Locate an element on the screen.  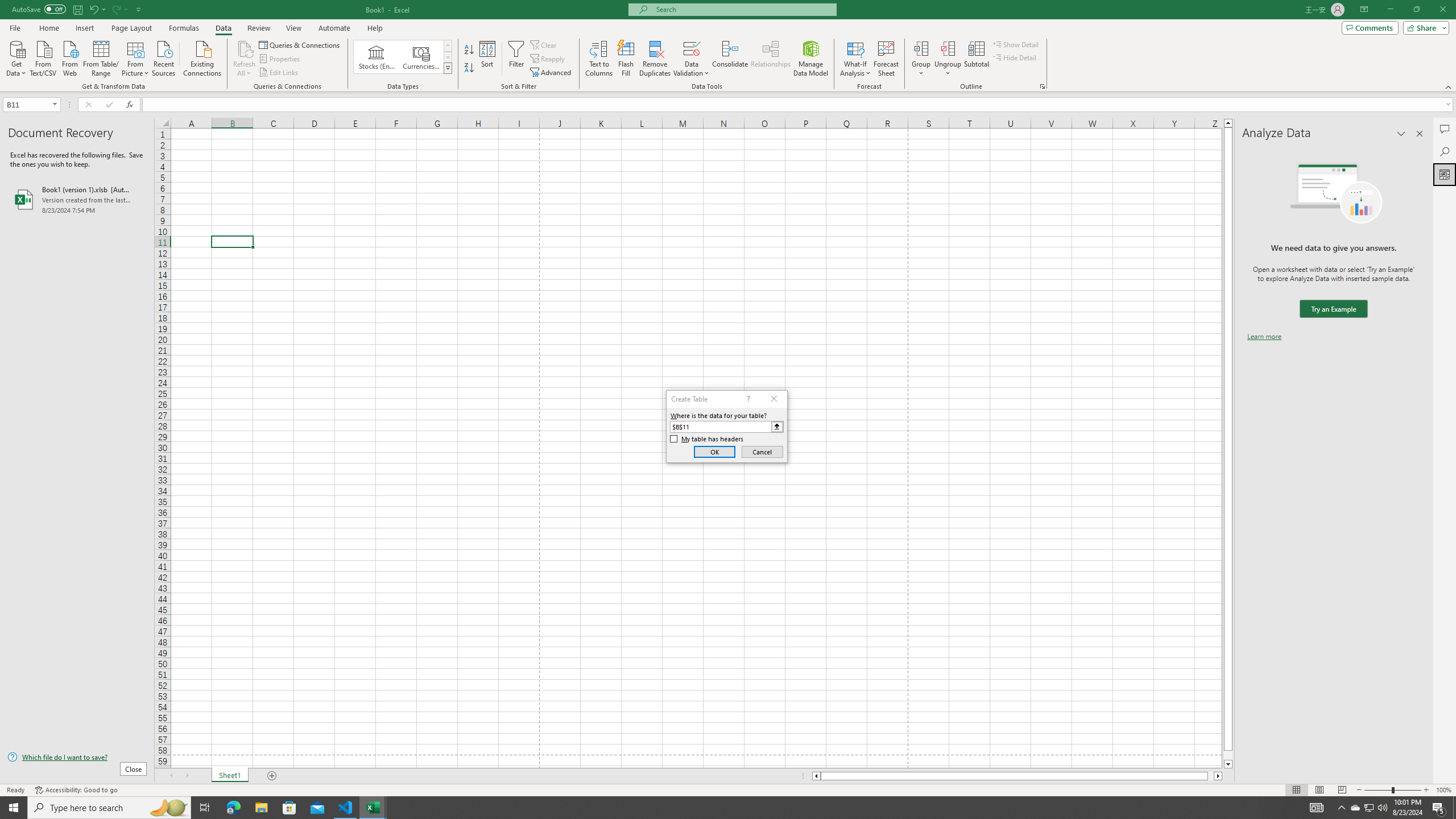
'Show Detail' is located at coordinates (1015, 44).